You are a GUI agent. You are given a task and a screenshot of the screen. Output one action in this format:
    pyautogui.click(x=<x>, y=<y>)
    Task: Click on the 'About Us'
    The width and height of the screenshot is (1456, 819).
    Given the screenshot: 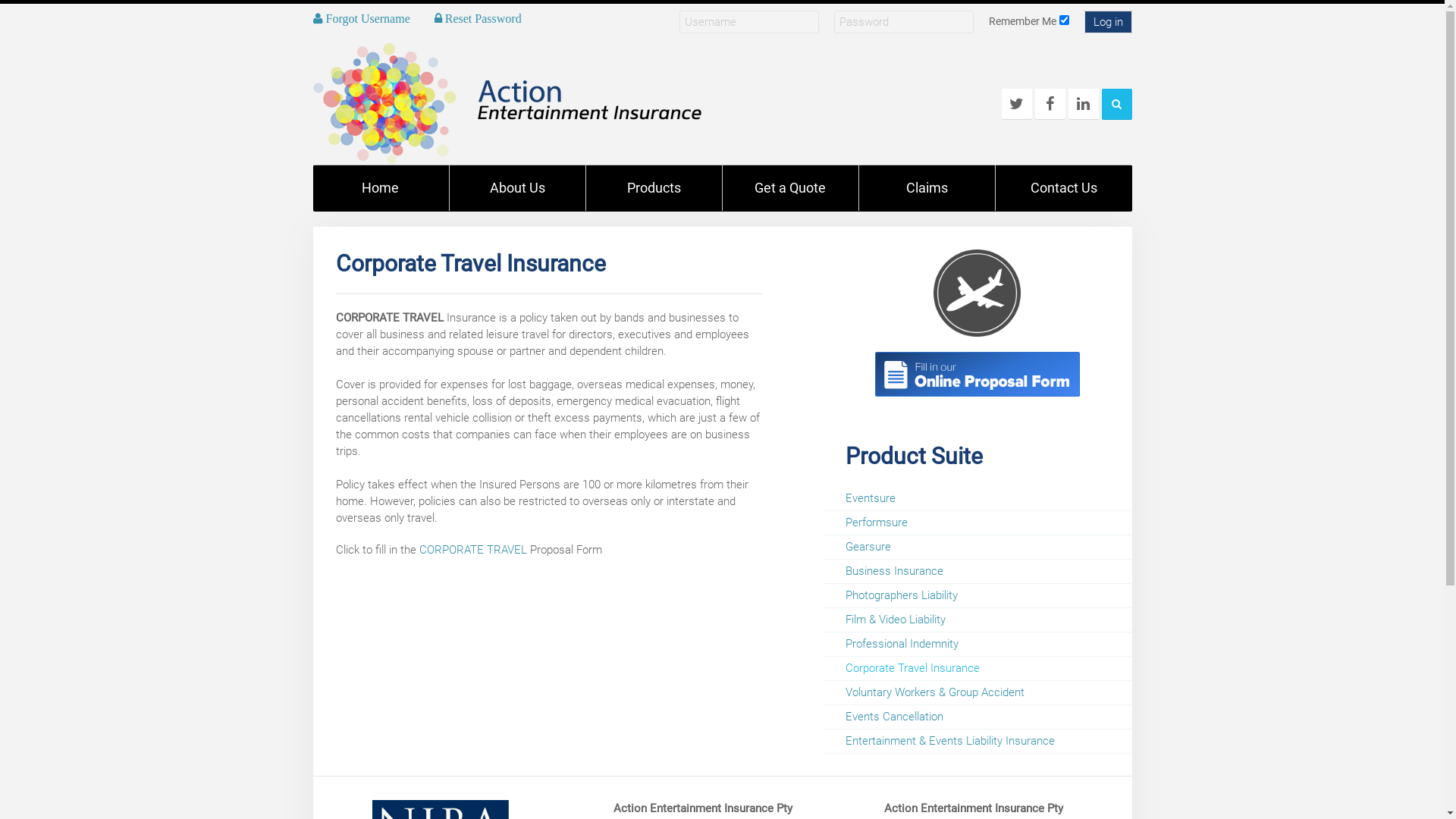 What is the action you would take?
    pyautogui.click(x=516, y=187)
    